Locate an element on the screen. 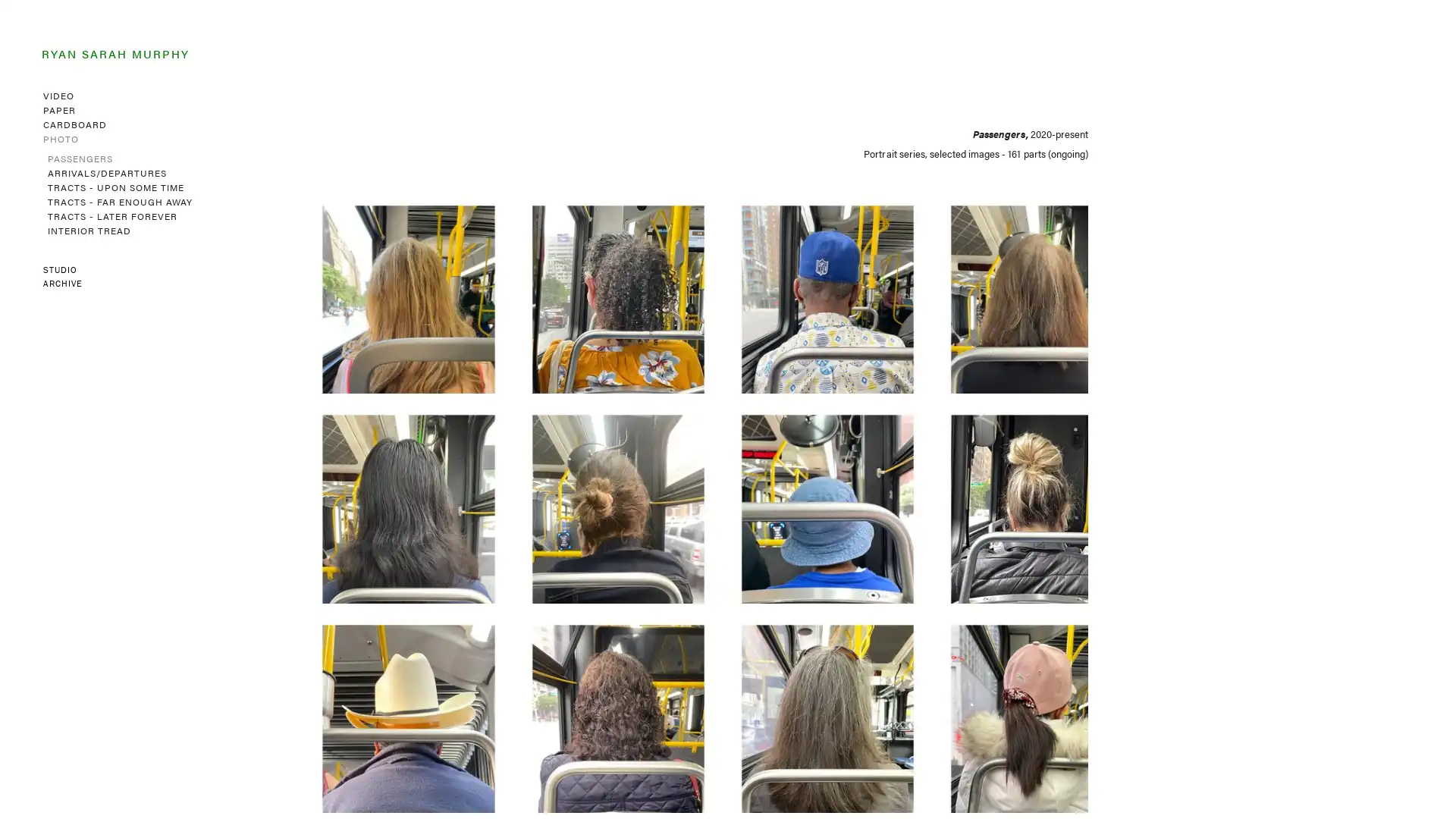 The width and height of the screenshot is (1456, 819). View fullsize Passenger 158-.jpeg is located at coordinates (993, 279).